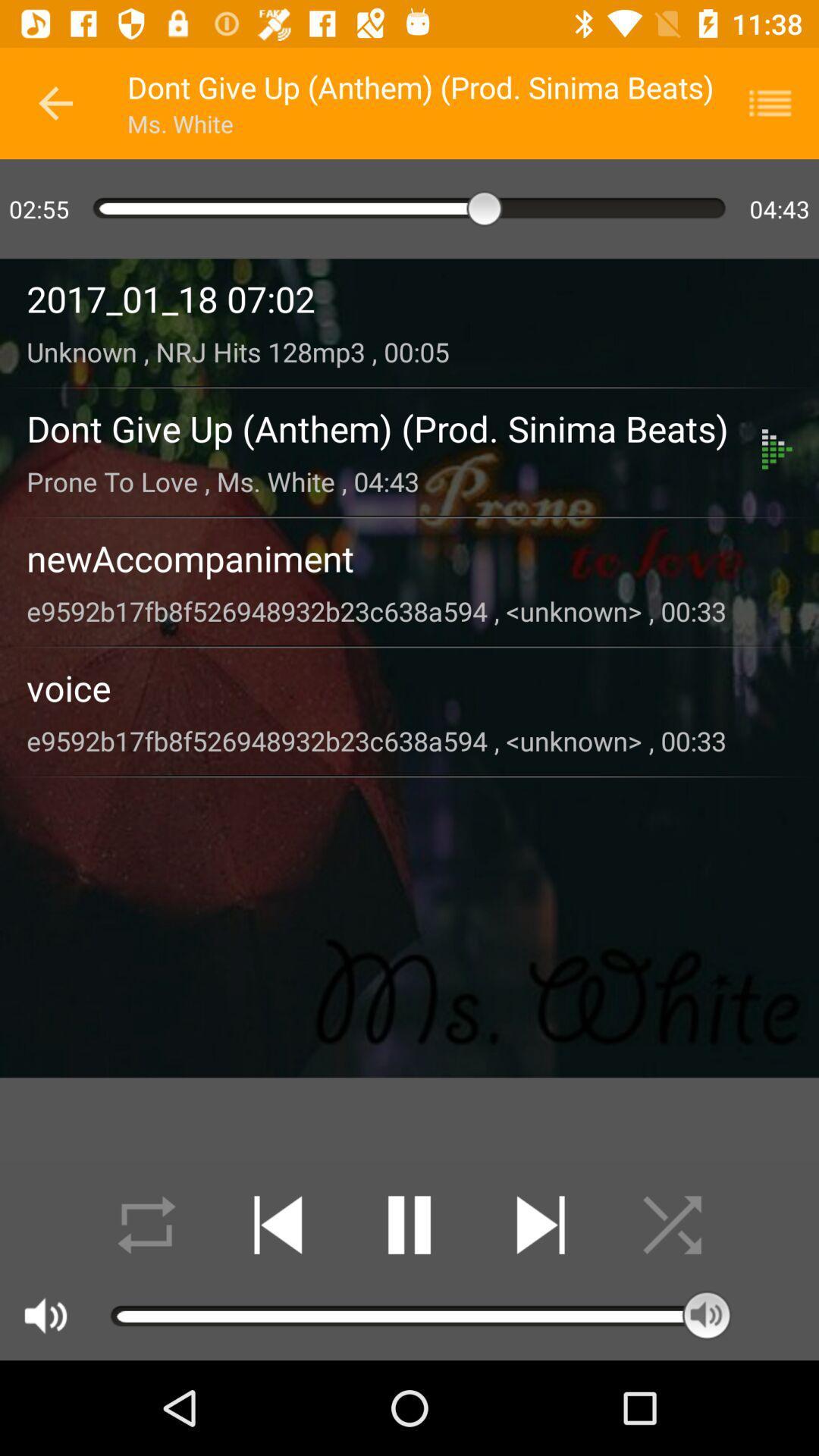 This screenshot has width=819, height=1456. What do you see at coordinates (55, 102) in the screenshot?
I see `the icon to the left of dont give up` at bounding box center [55, 102].